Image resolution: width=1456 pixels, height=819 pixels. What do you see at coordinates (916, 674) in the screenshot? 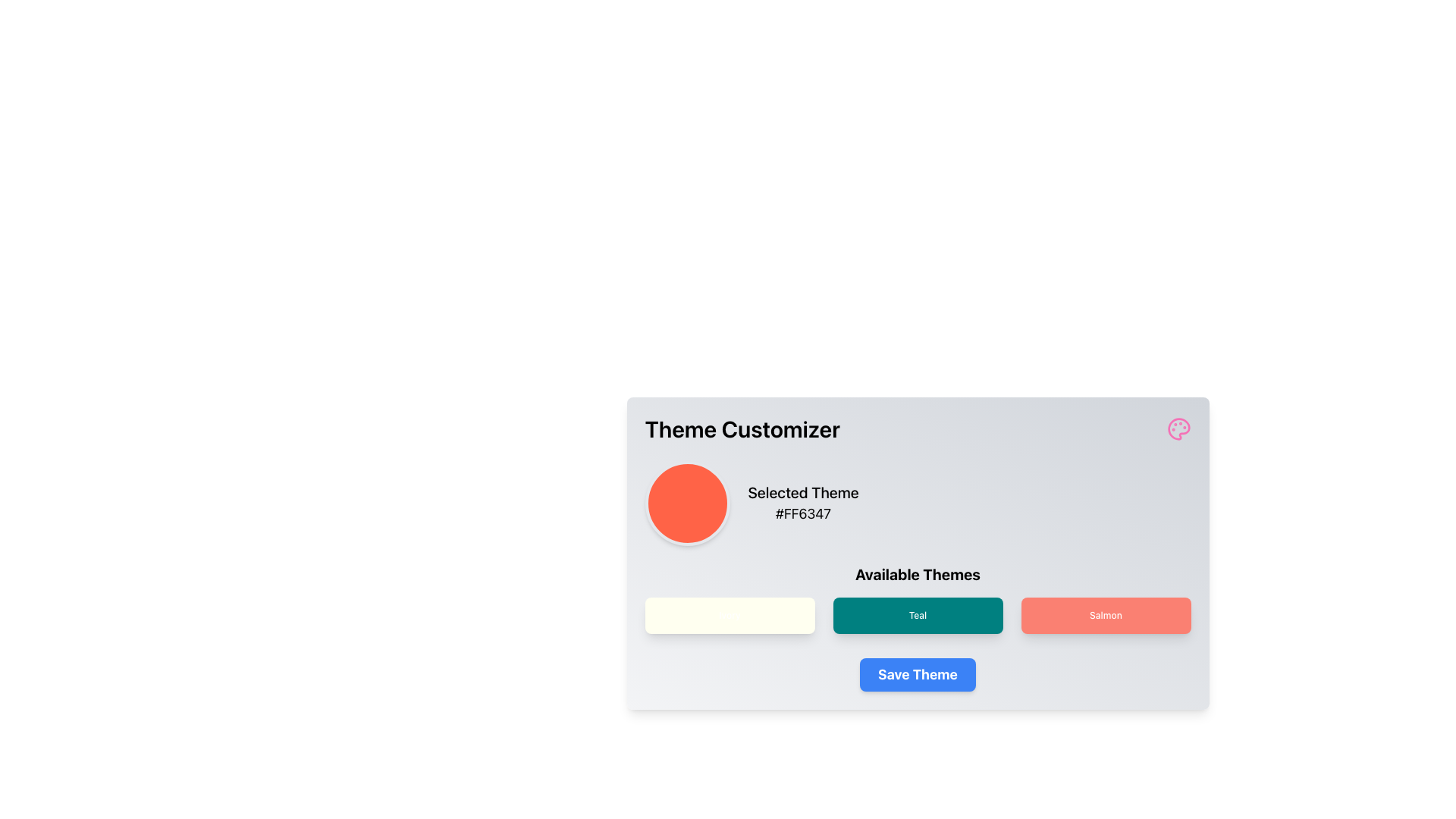
I see `the 'Save' button located near the bottom center of the 'Theme Customizer' dialog box` at bounding box center [916, 674].